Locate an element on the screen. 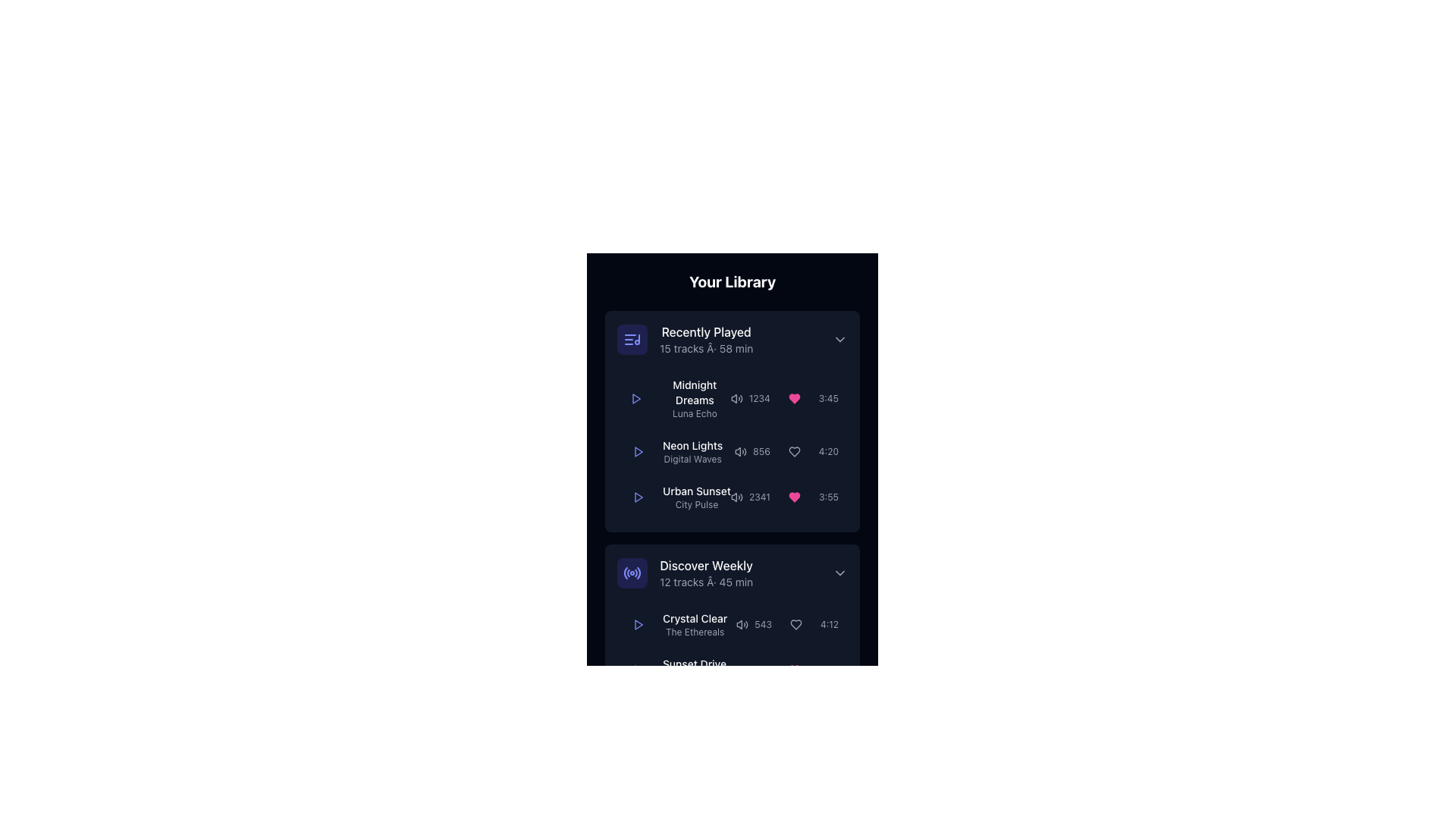 Image resolution: width=1456 pixels, height=819 pixels. the 'Recently Played' text element, which is styled in white color and located at the top of the card-like interface, above additional descriptive text is located at coordinates (705, 331).